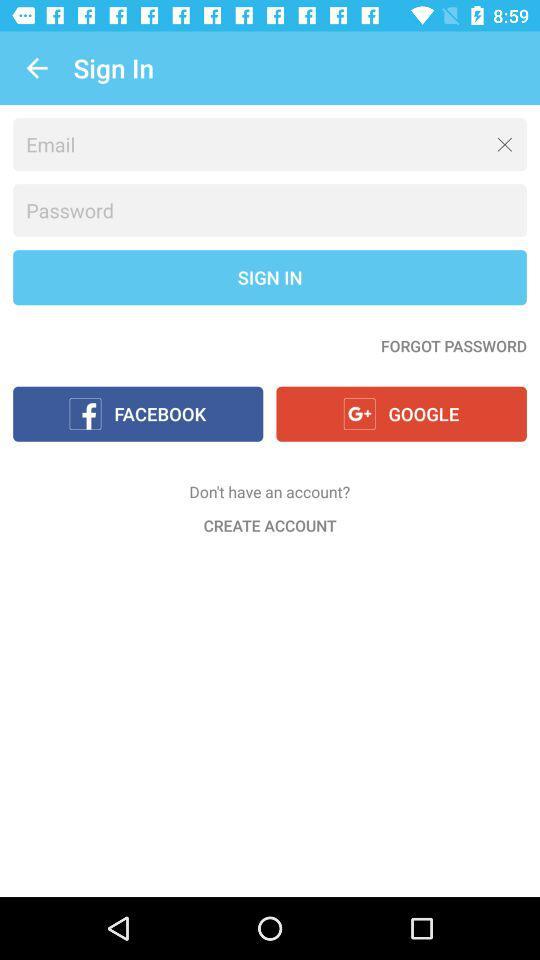 The width and height of the screenshot is (540, 960). What do you see at coordinates (270, 524) in the screenshot?
I see `the create account` at bounding box center [270, 524].